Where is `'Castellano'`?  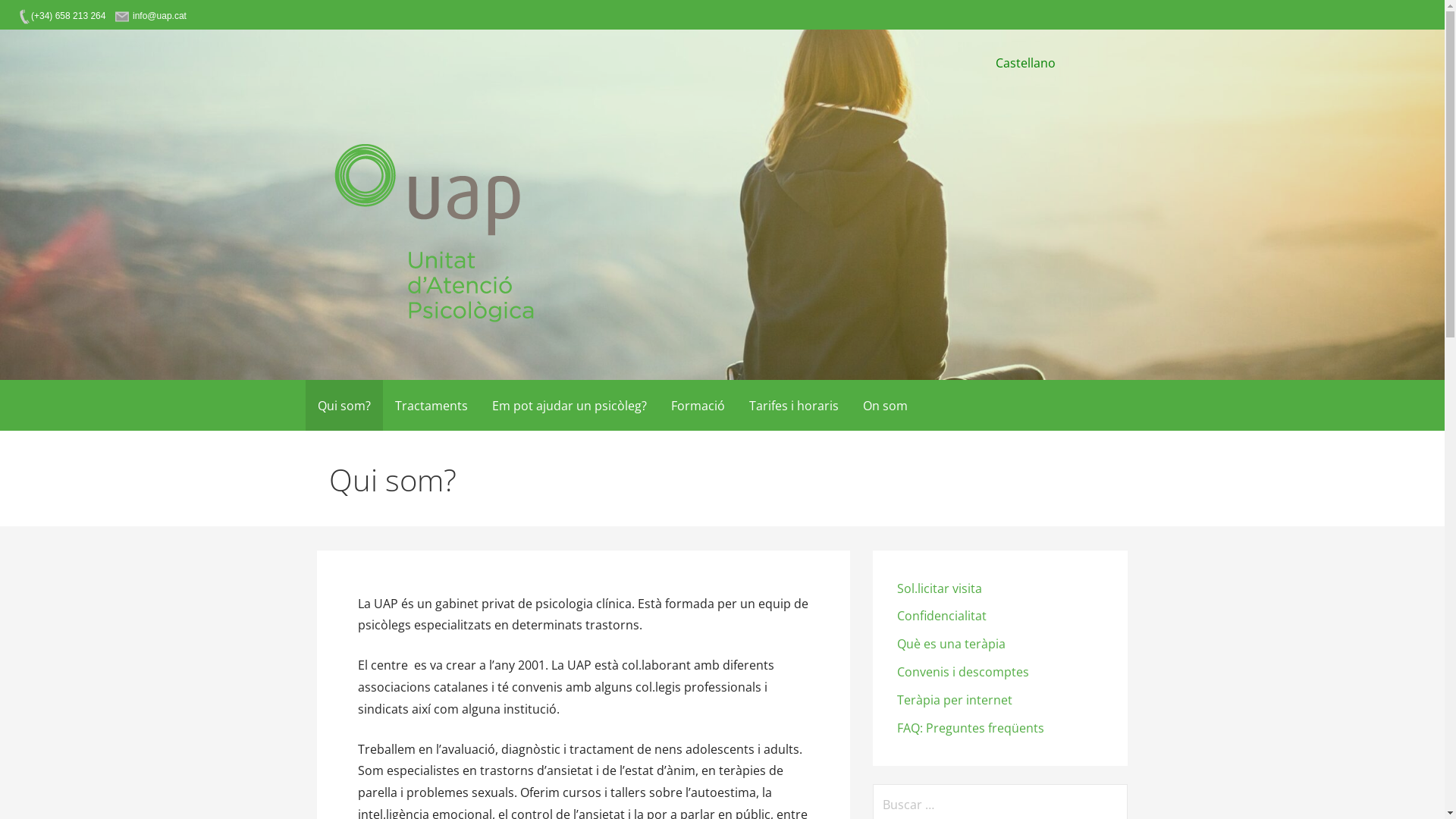
'Castellano' is located at coordinates (1025, 62).